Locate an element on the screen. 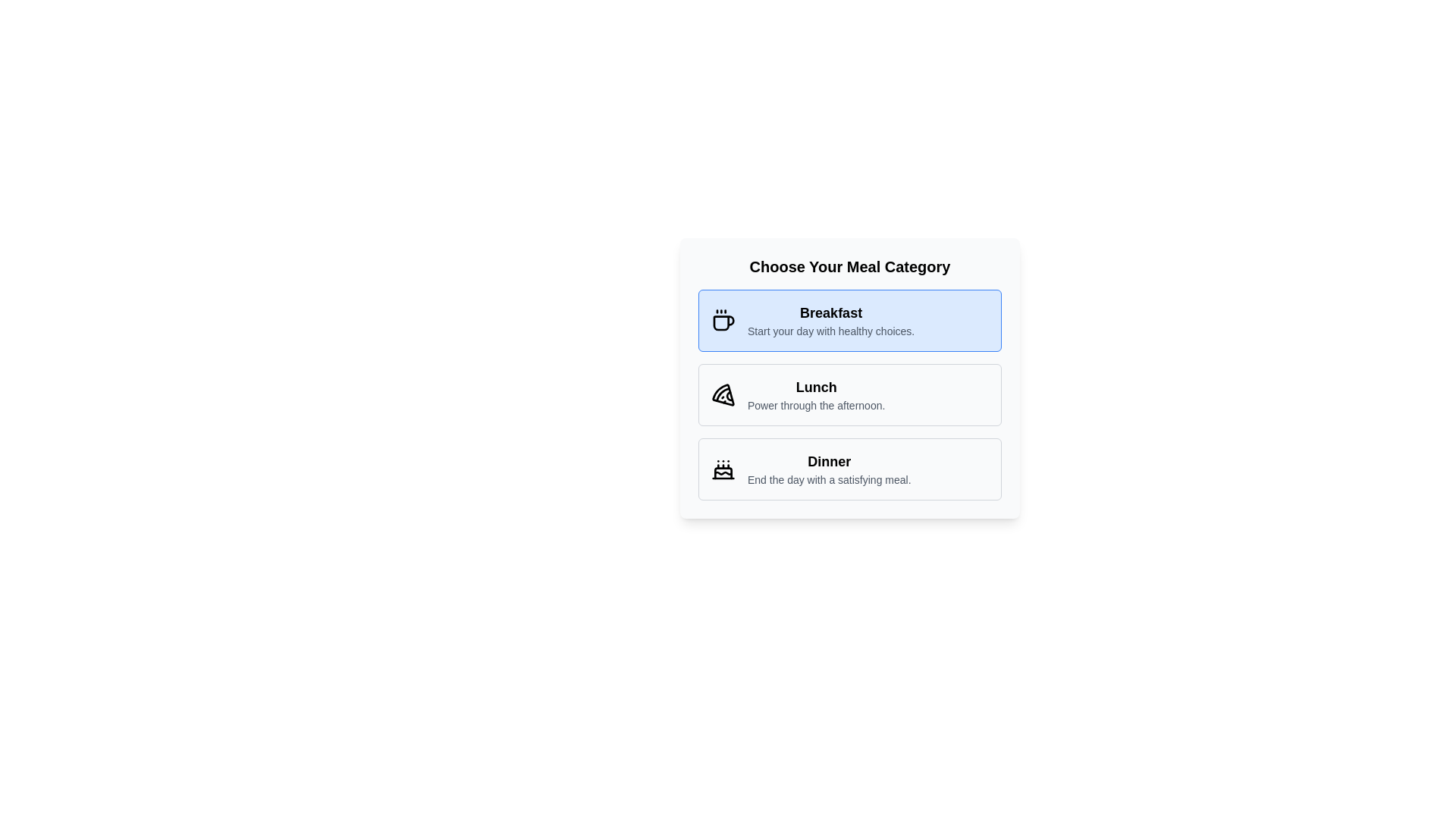  the text block that describes the 'Lunch' meal category, which is positioned between the 'Breakfast' and 'Dinner' options in the vertically stacked menu is located at coordinates (815, 394).